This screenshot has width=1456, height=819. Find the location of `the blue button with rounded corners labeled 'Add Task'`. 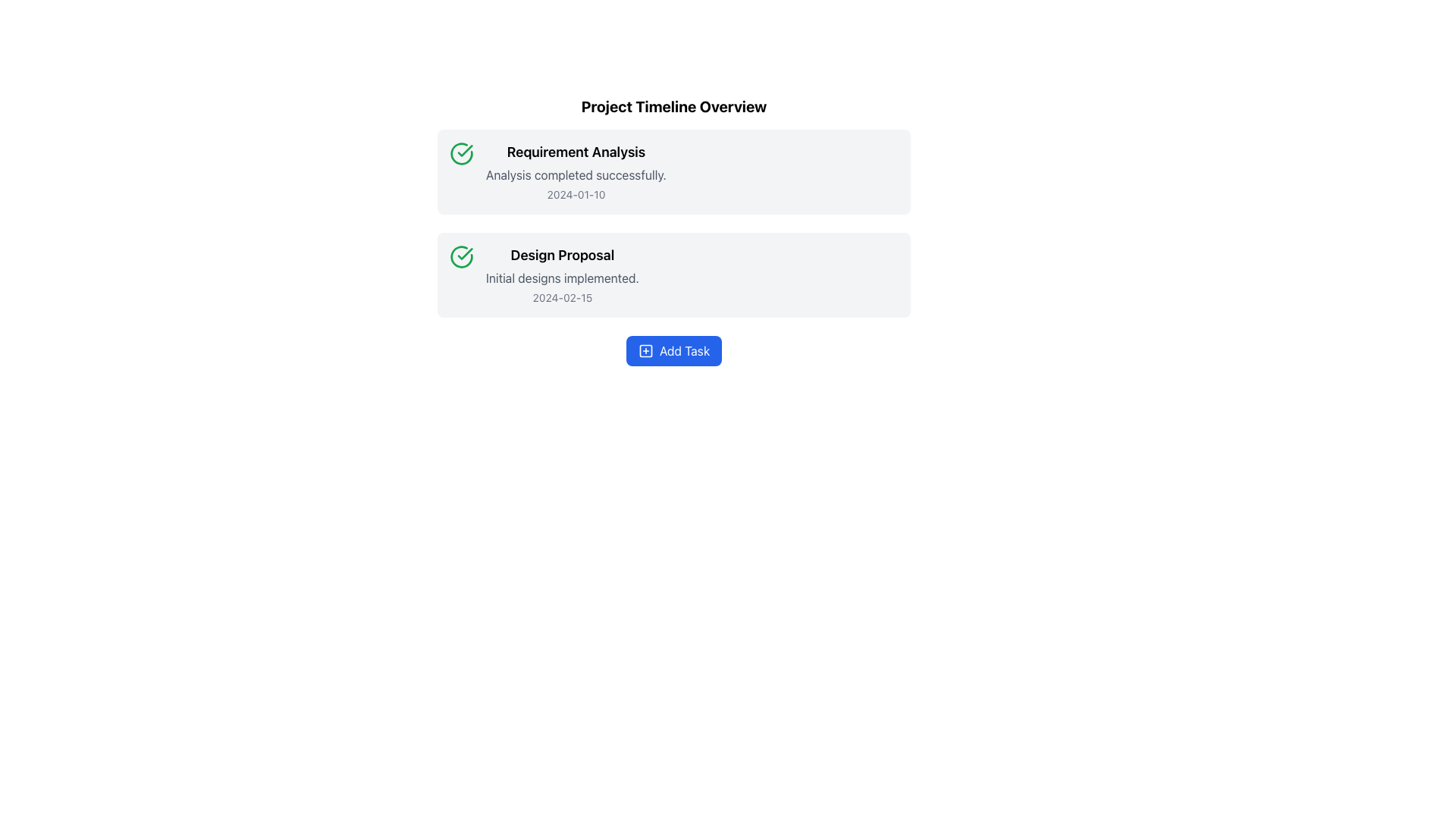

the blue button with rounded corners labeled 'Add Task' is located at coordinates (673, 350).